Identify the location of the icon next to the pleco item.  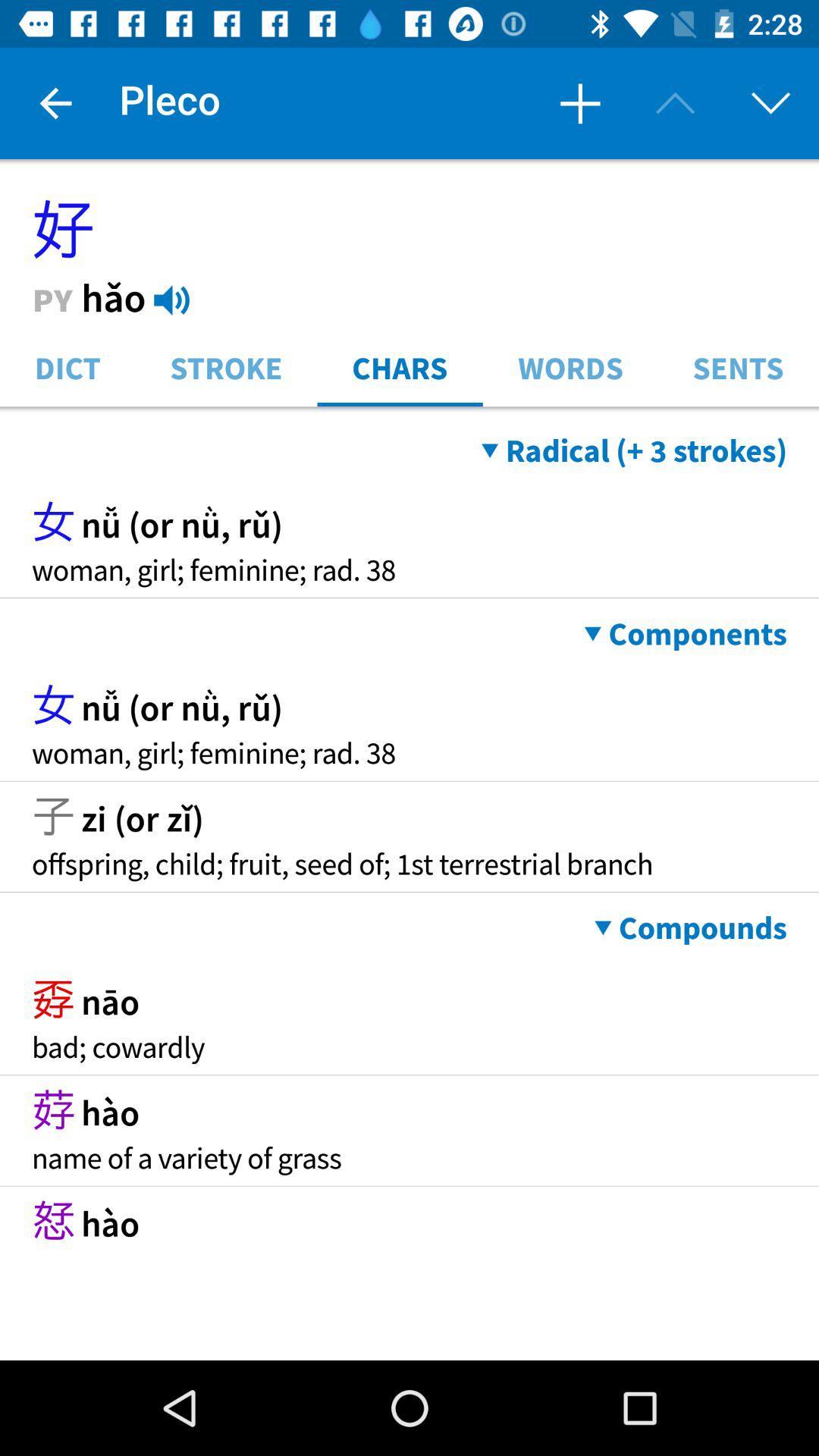
(579, 102).